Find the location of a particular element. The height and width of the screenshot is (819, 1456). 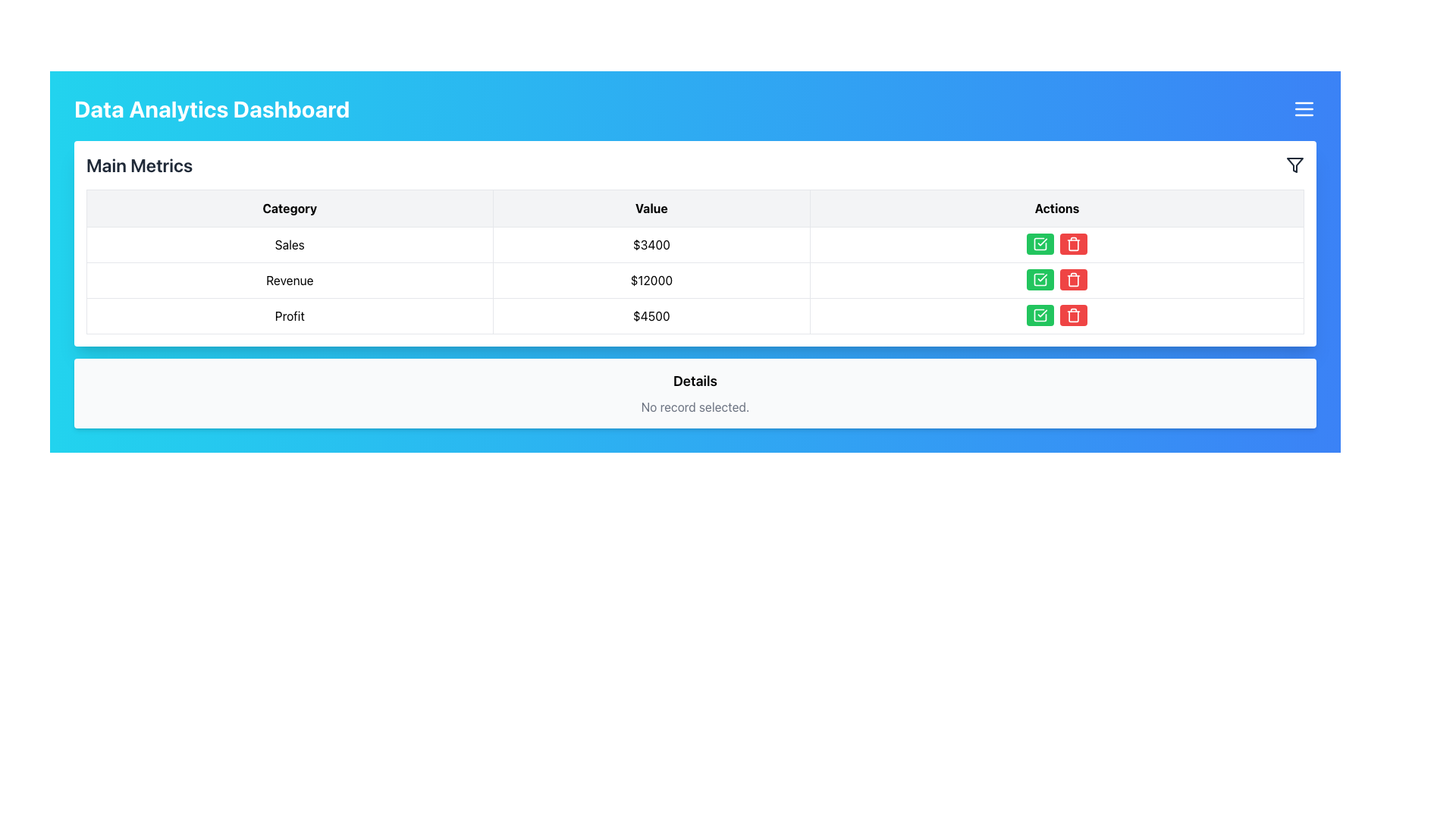

the 'Category' column header in the table, which is located in the top-left corner of the table header on the dashboard is located at coordinates (290, 208).